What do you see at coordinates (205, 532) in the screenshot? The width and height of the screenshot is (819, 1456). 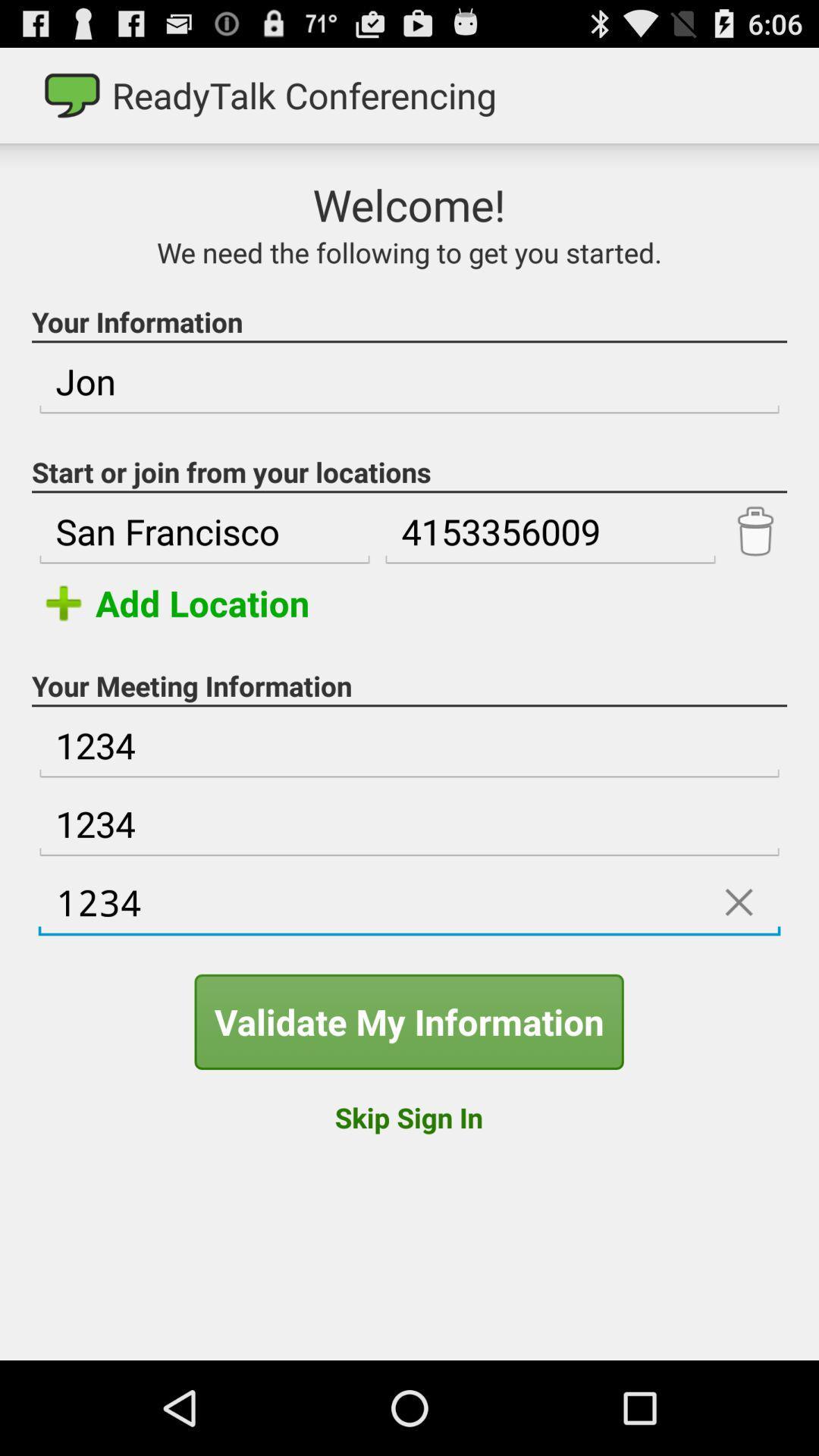 I see `san francisco item` at bounding box center [205, 532].